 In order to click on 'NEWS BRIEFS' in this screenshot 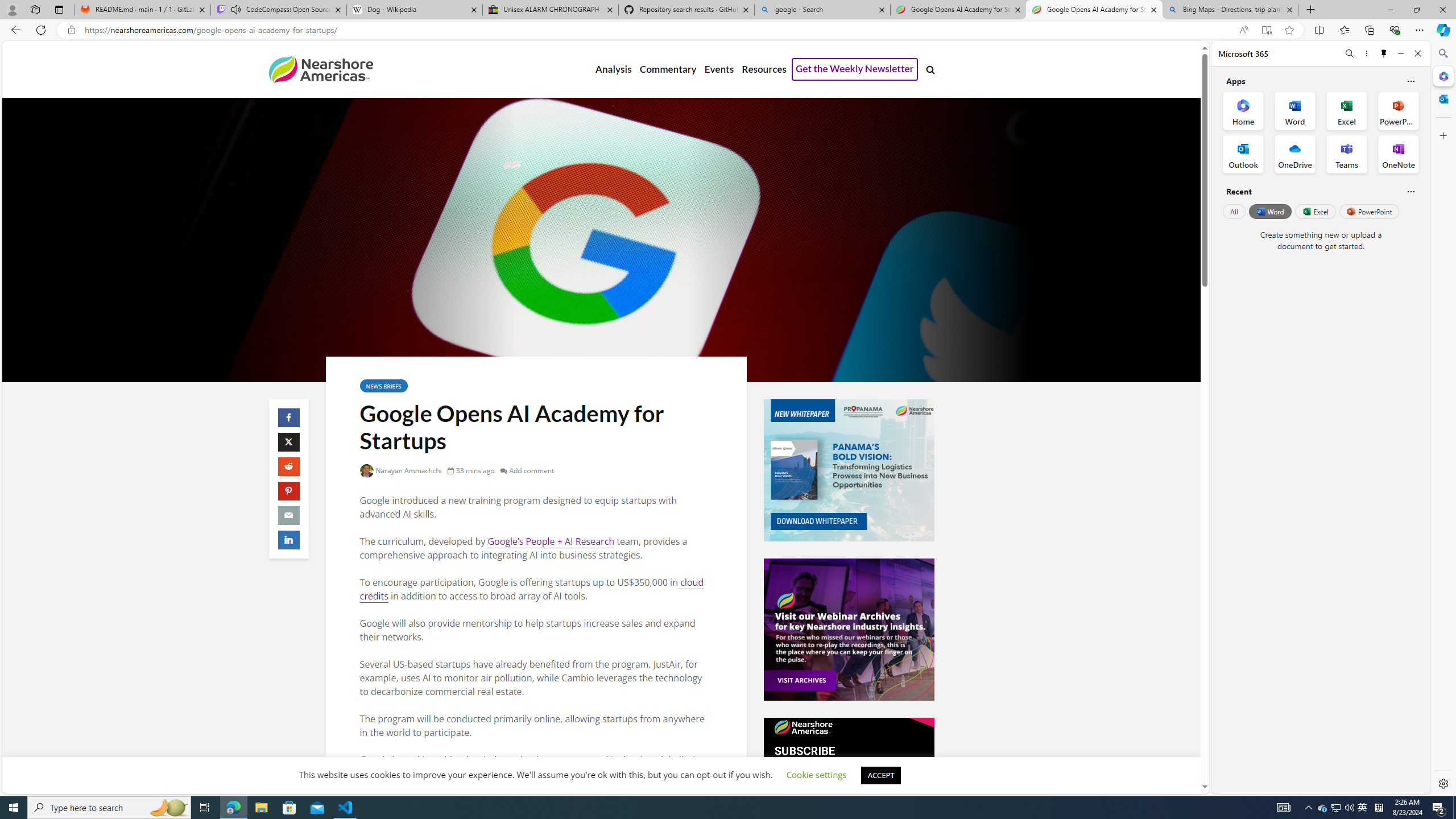, I will do `click(383, 385)`.